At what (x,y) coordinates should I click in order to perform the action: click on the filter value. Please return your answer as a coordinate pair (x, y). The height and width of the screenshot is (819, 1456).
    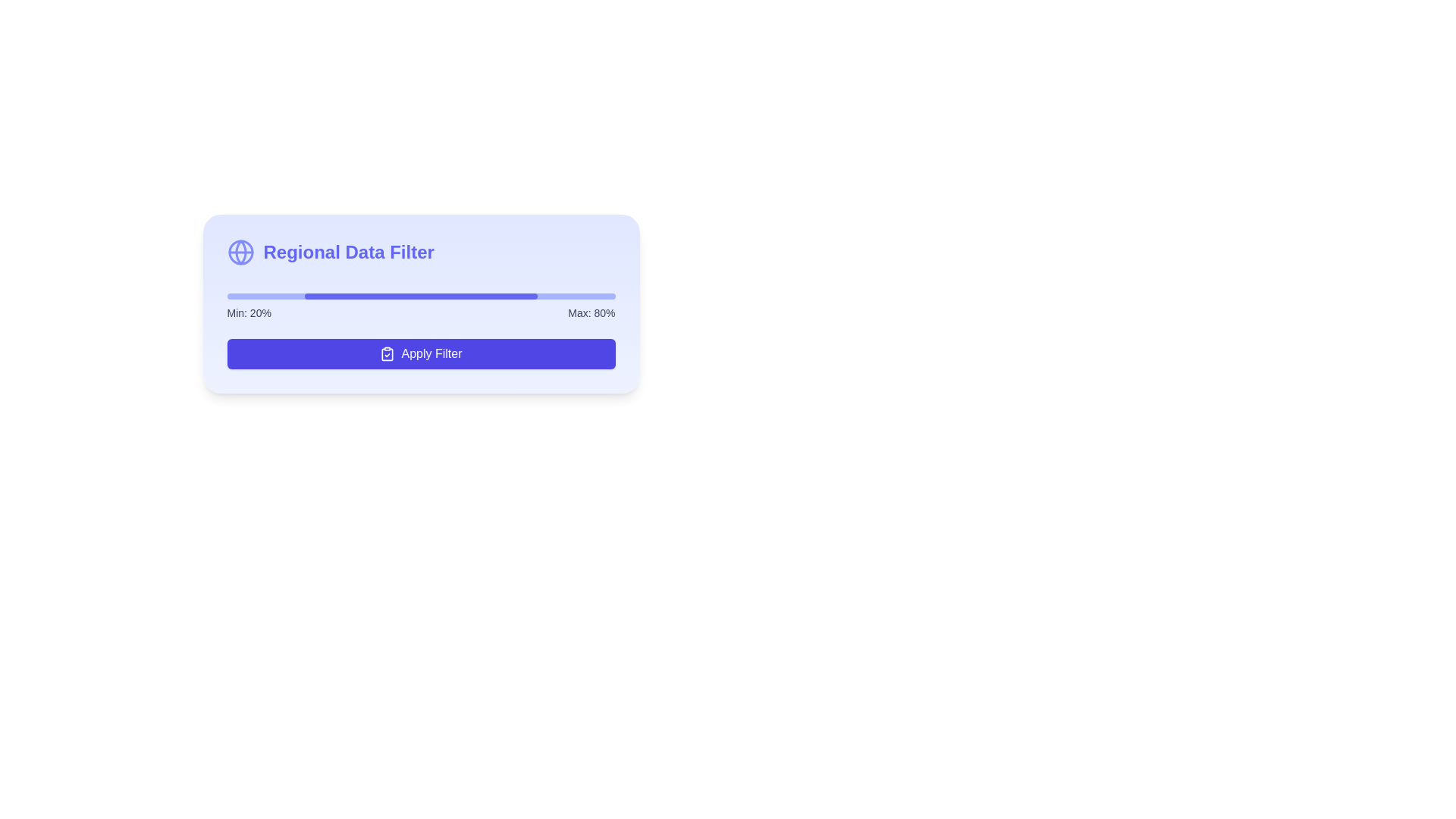
    Looking at the image, I should click on (338, 296).